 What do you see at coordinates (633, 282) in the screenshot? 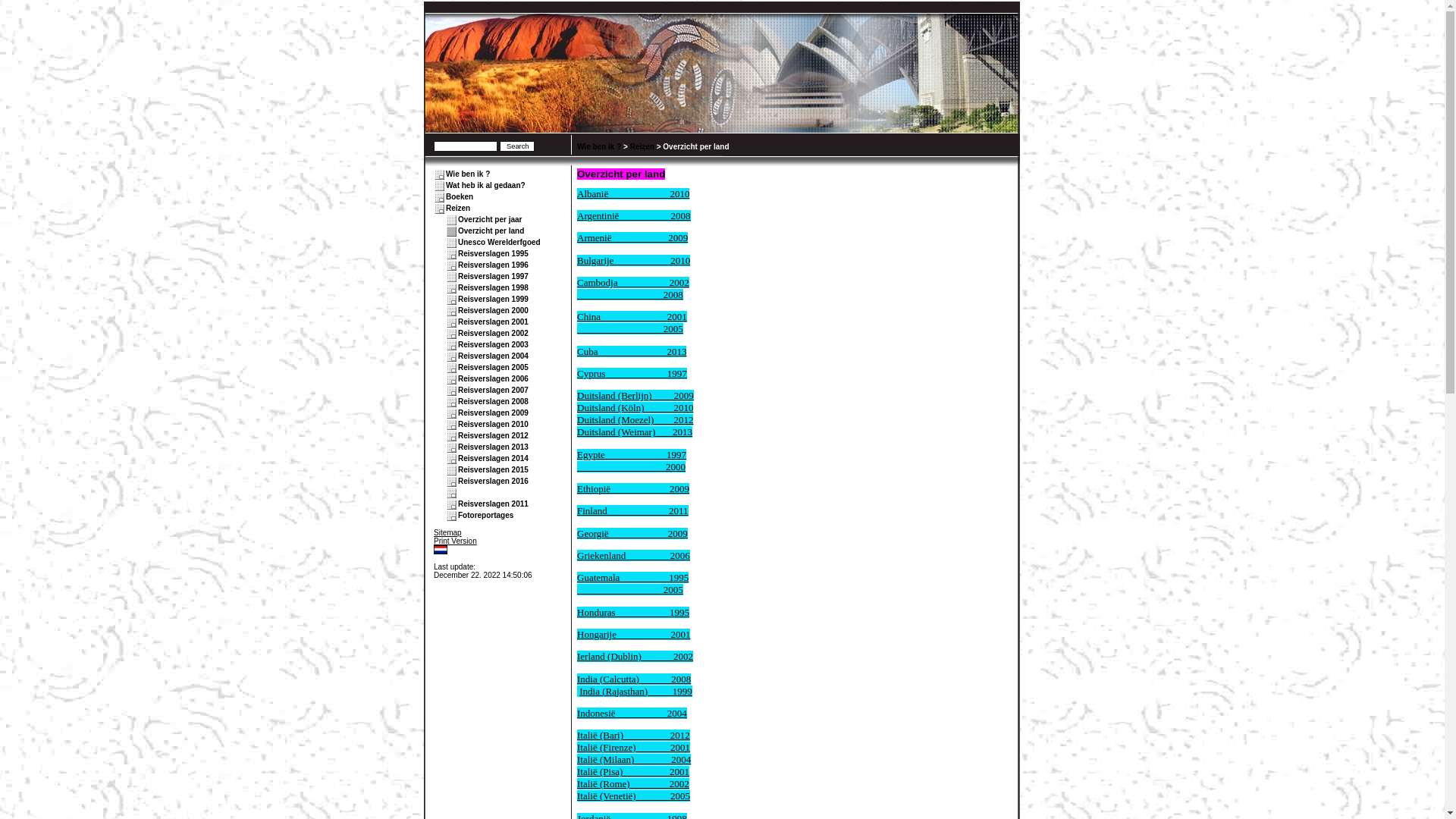
I see `'Cambodja                     2002'` at bounding box center [633, 282].